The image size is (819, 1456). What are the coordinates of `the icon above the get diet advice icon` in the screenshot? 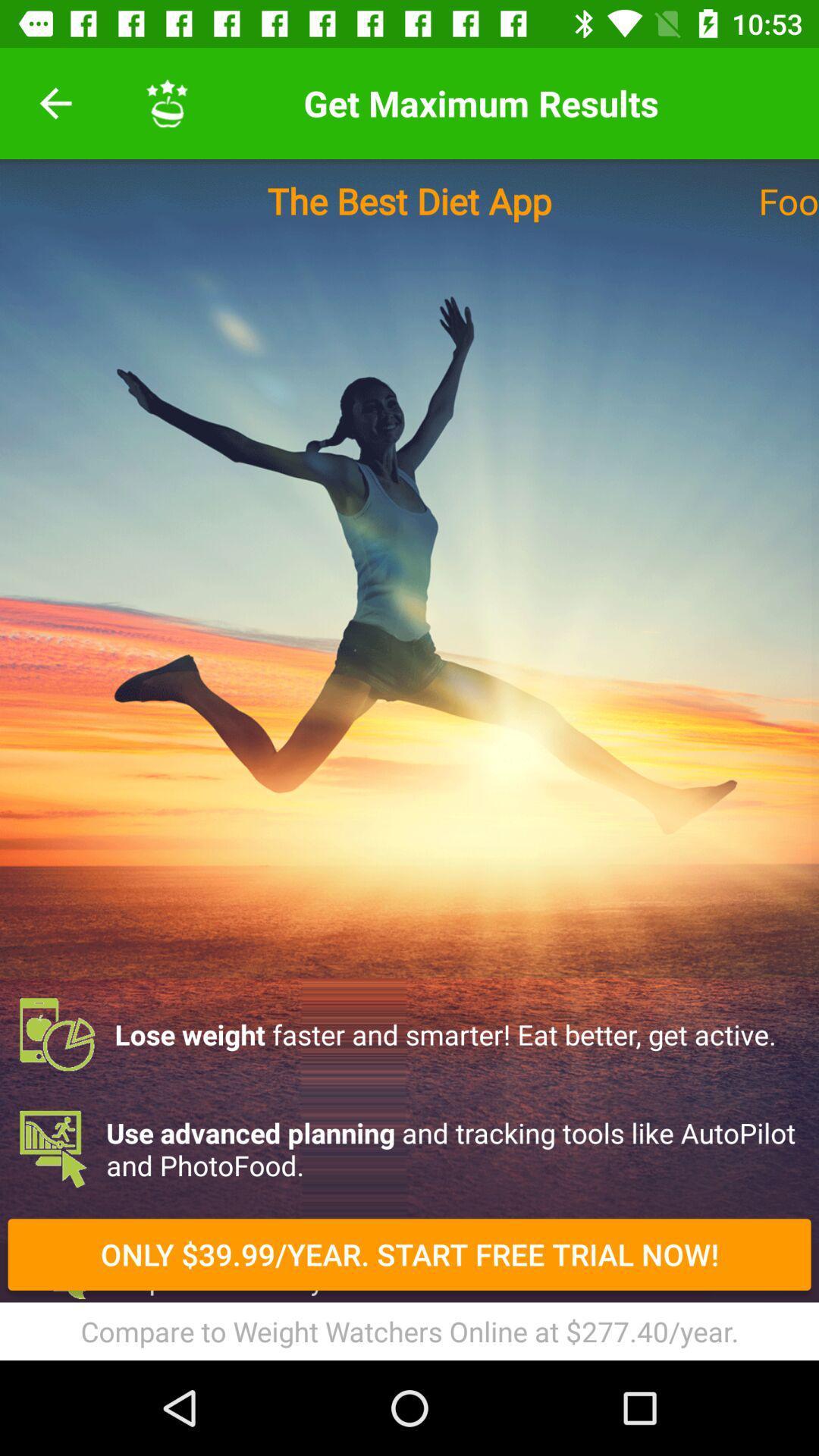 It's located at (409, 1149).